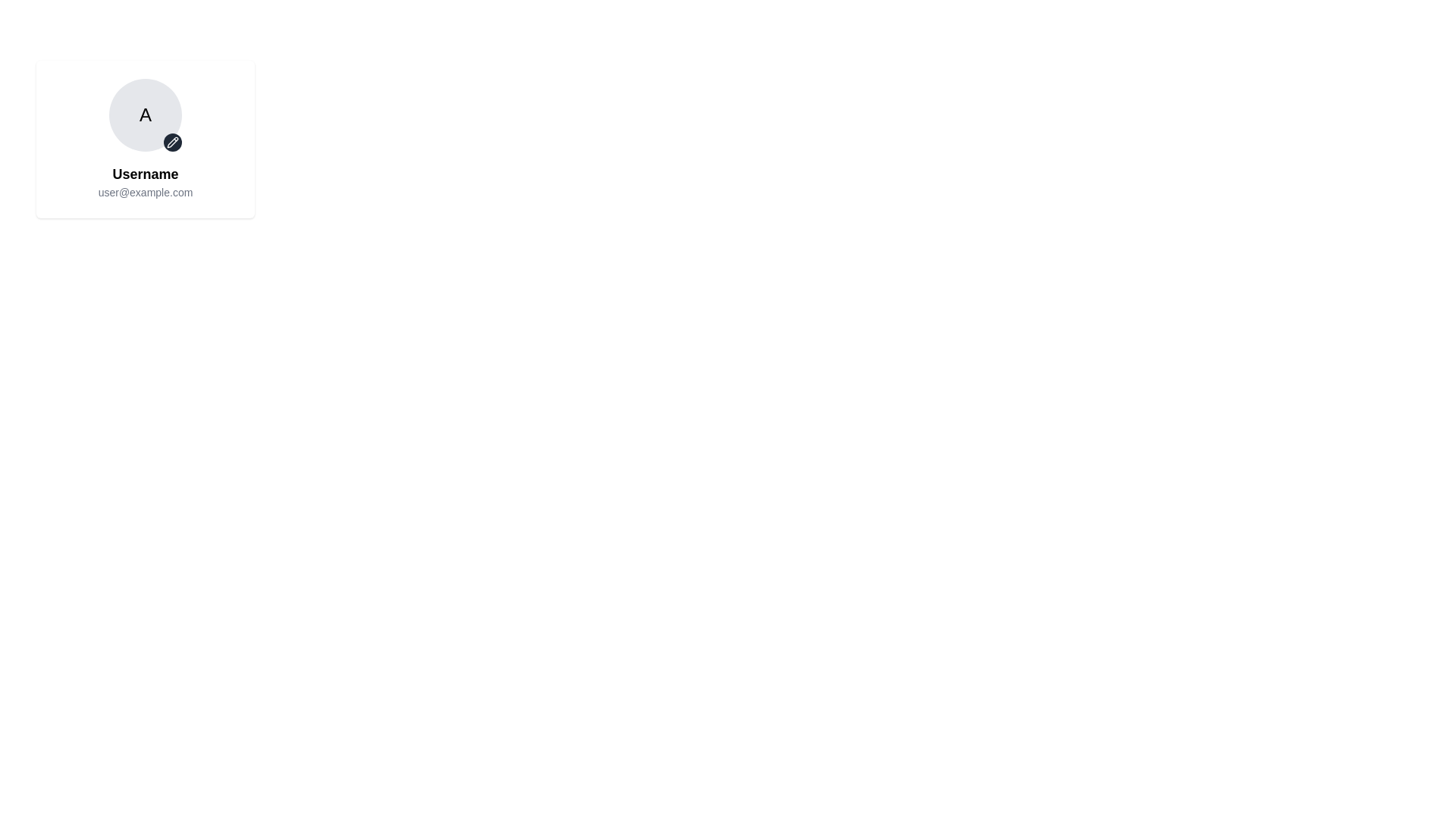 This screenshot has height=819, width=1456. I want to click on the small pencil icon located inside the circular button at the bottom-right corner of the card to initiate editing options, so click(172, 143).